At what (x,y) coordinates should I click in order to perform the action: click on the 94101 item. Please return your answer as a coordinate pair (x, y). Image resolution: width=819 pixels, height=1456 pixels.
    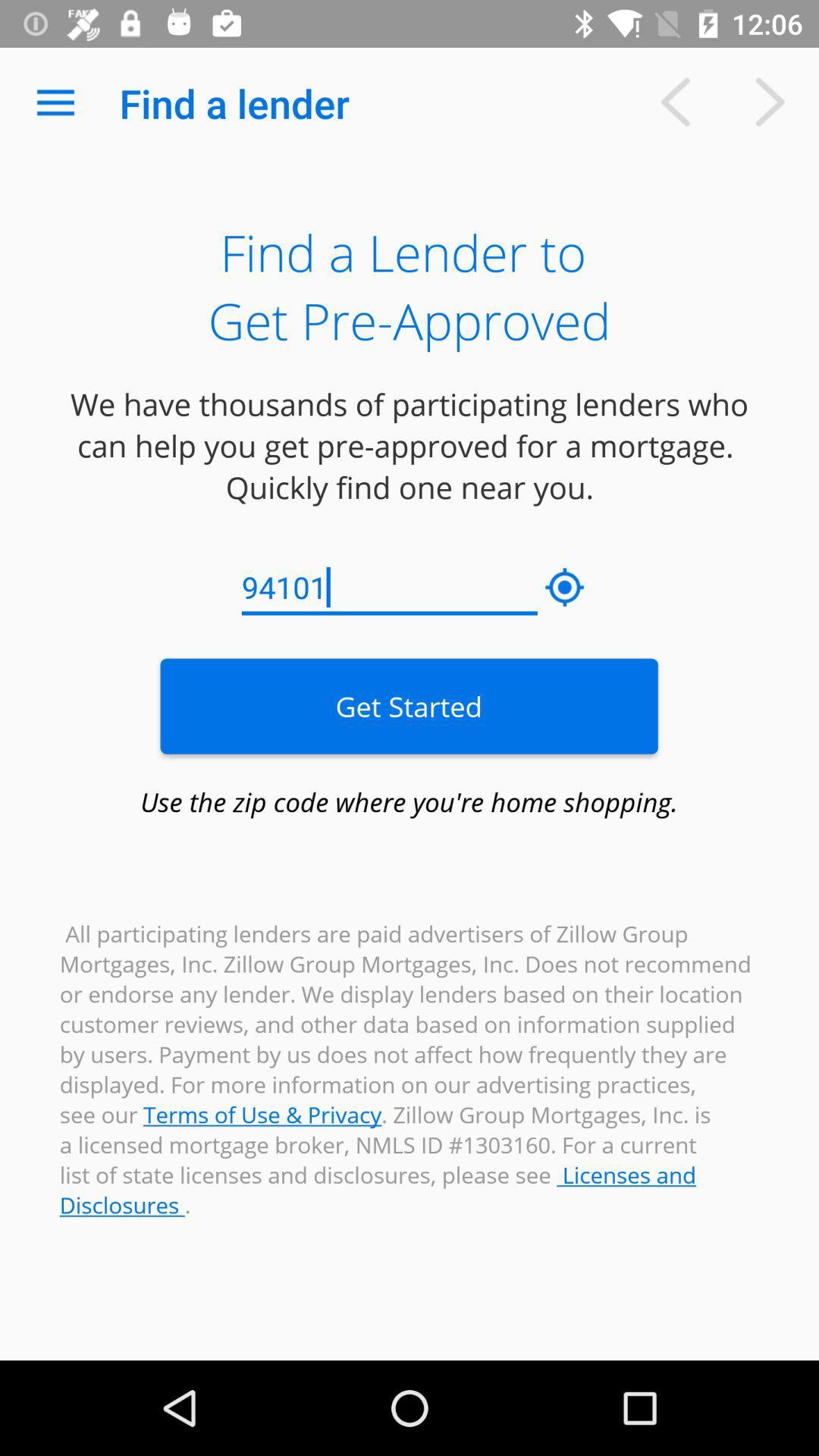
    Looking at the image, I should click on (388, 587).